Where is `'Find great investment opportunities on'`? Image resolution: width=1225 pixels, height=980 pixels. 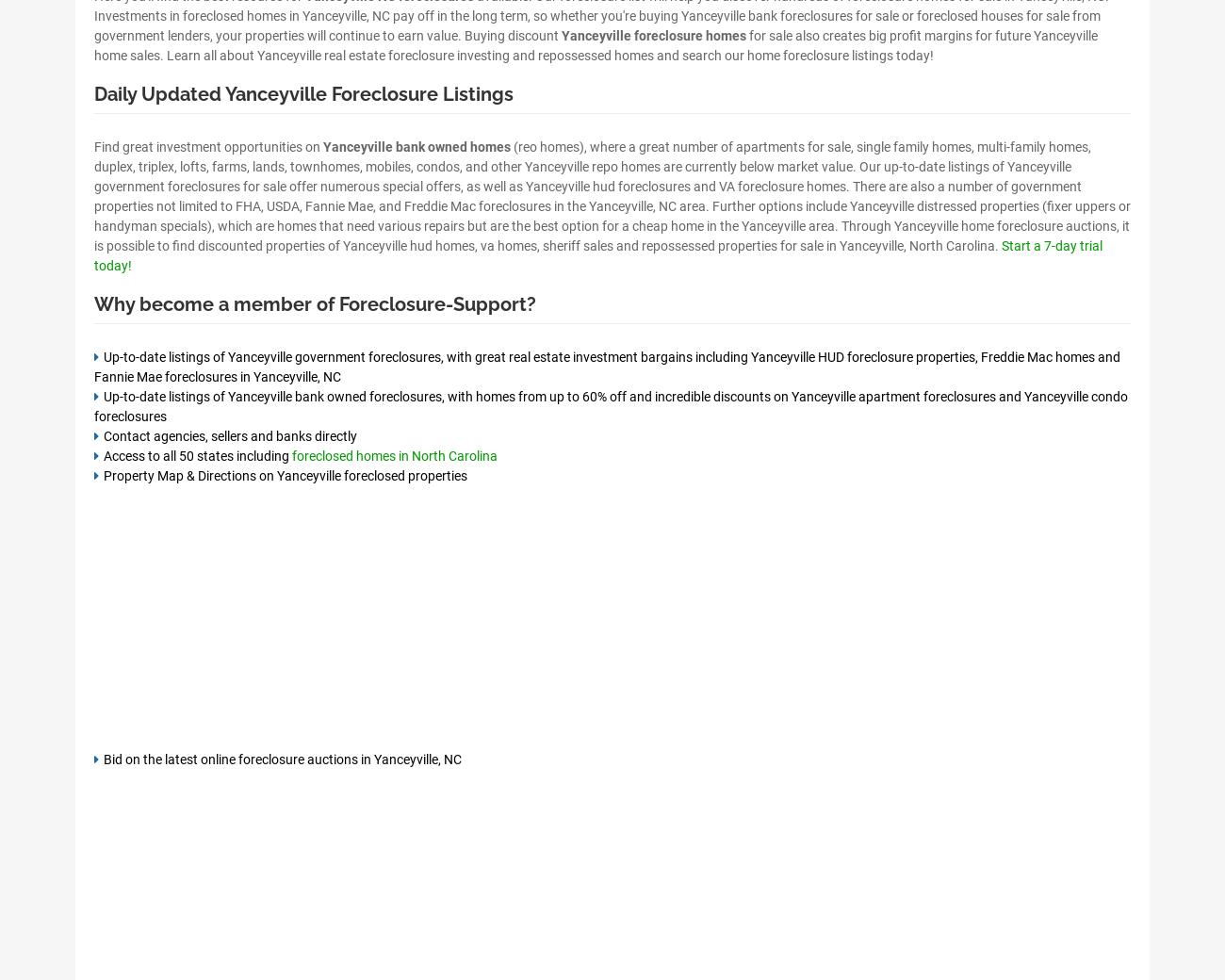
'Find great investment opportunities on' is located at coordinates (207, 145).